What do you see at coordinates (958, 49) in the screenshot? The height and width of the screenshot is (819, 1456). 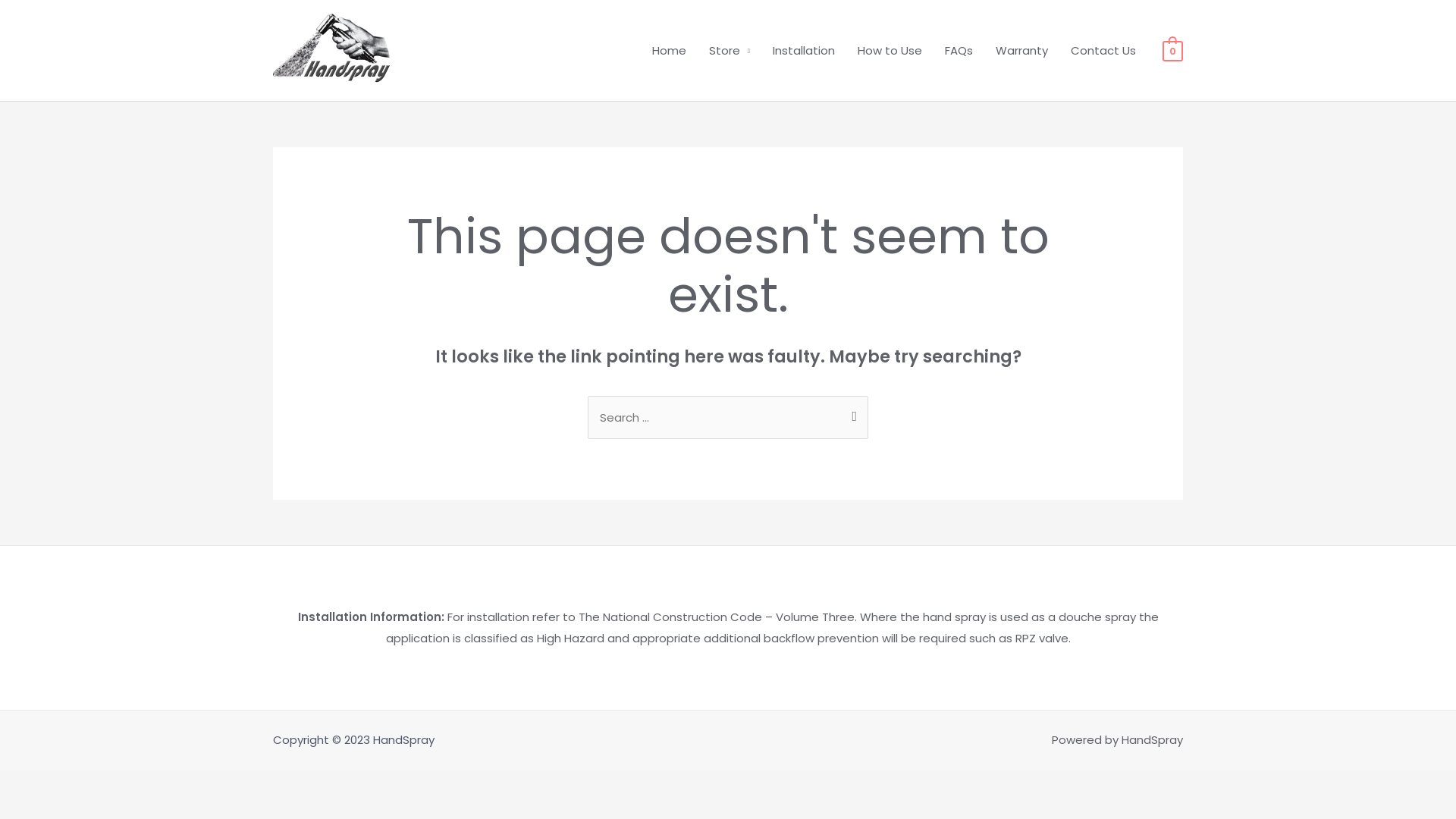 I see `'FAQs'` at bounding box center [958, 49].